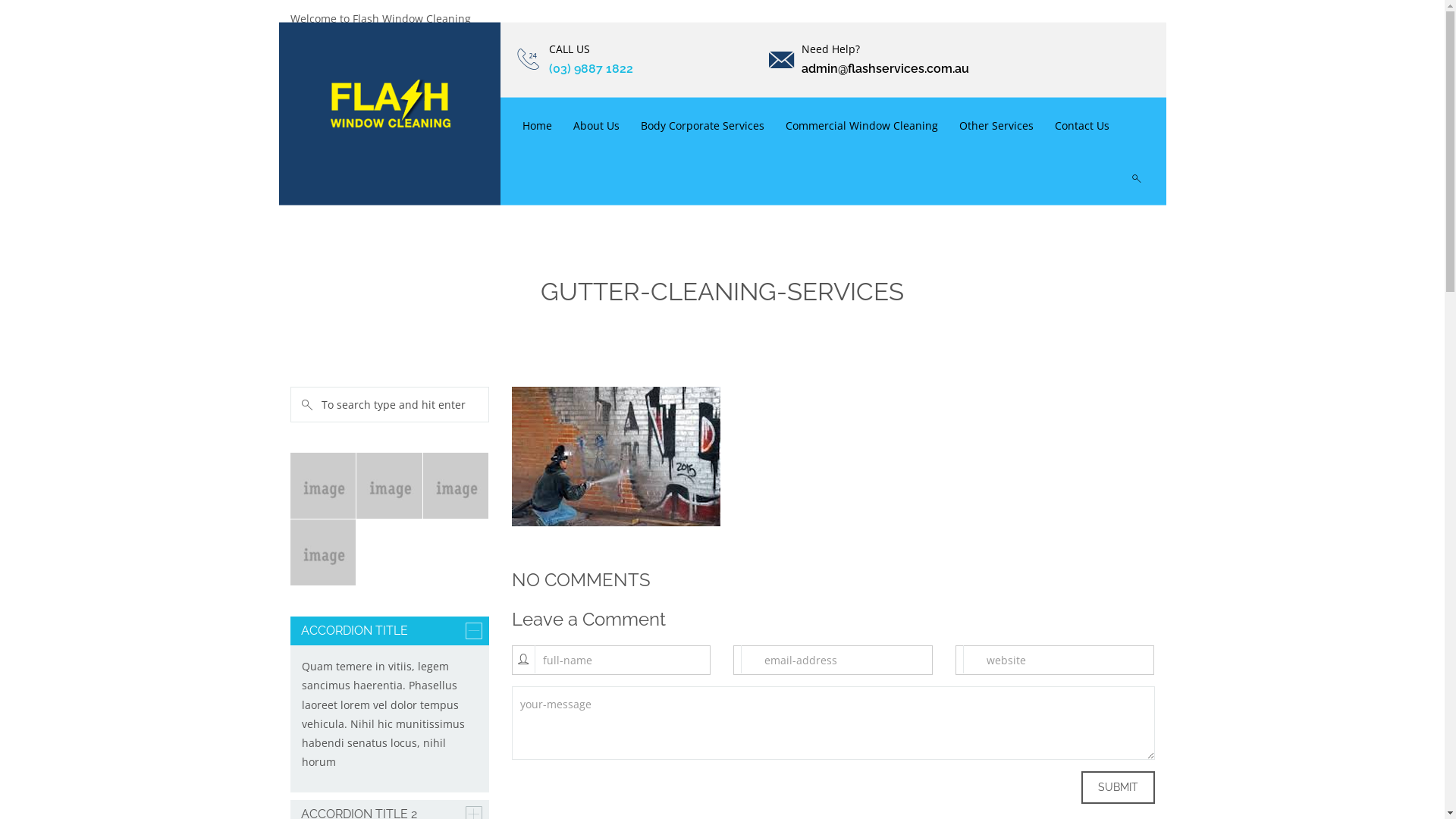 This screenshot has width=1456, height=819. What do you see at coordinates (996, 124) in the screenshot?
I see `'Other Services'` at bounding box center [996, 124].